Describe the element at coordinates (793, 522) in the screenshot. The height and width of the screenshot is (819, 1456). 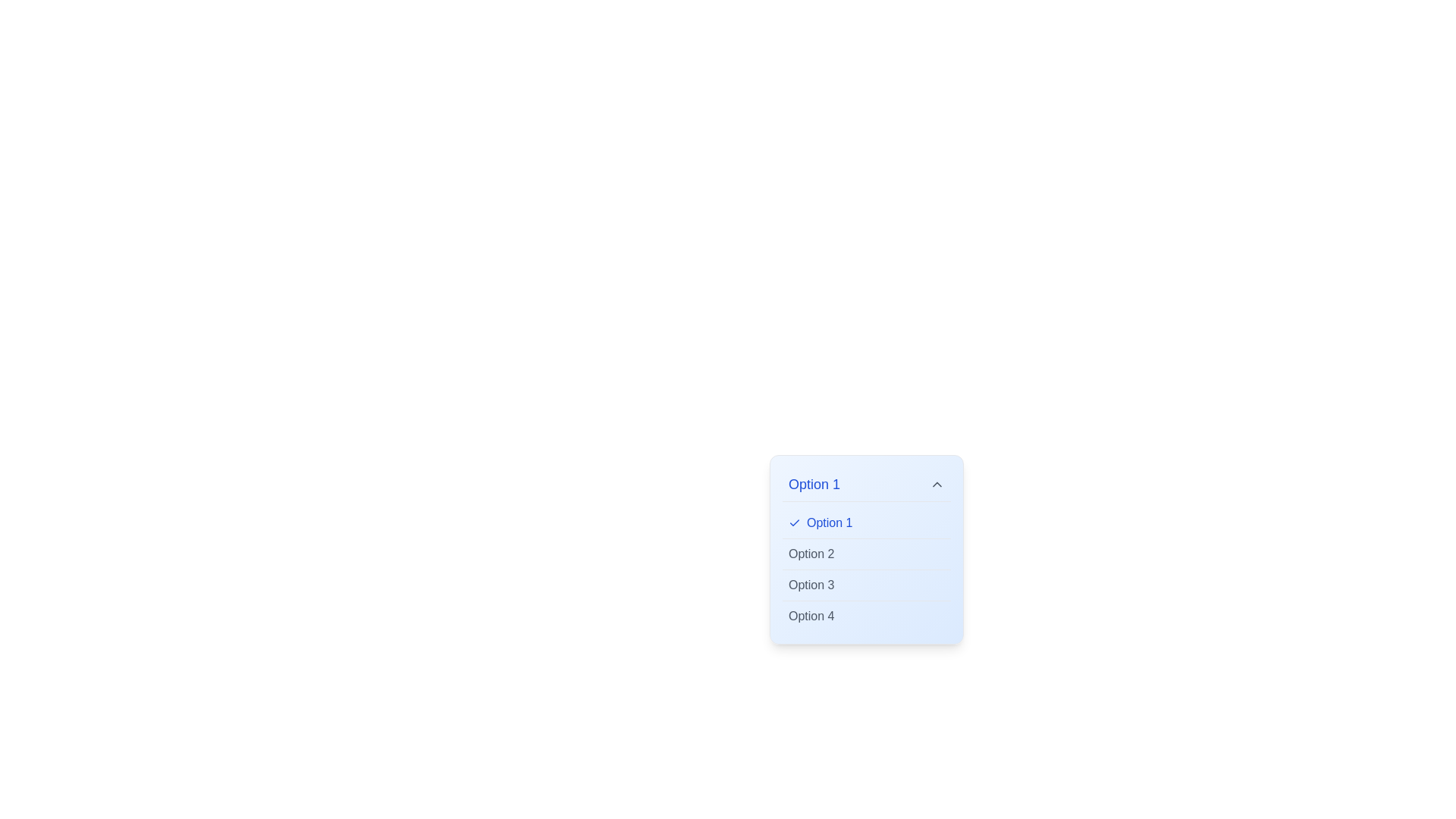
I see `the selection status icon representing 'Option 1', which is located to the left of the text 'Option 1' in the selection list` at that location.